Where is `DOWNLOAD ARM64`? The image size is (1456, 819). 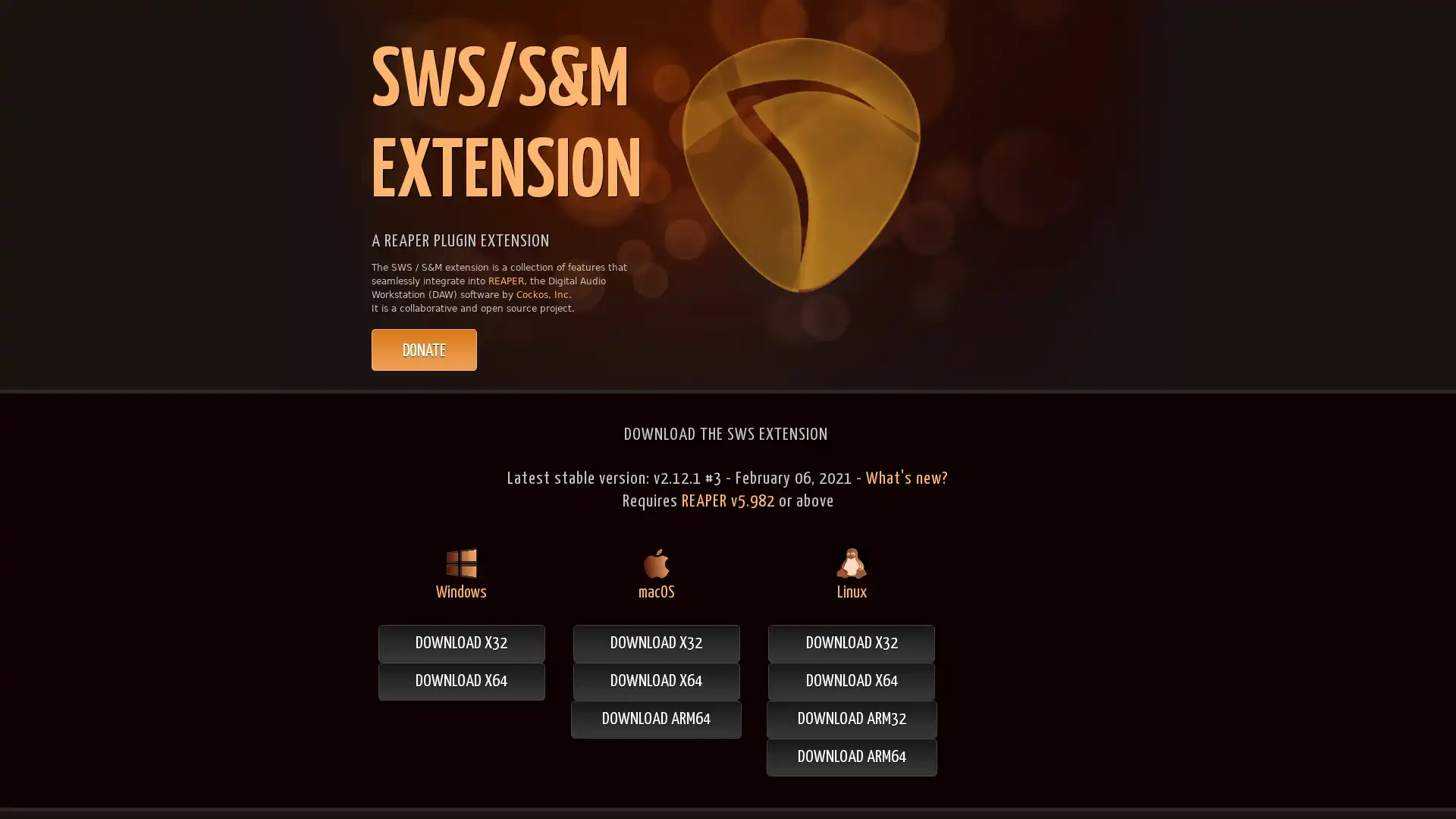
DOWNLOAD ARM64 is located at coordinates (726, 718).